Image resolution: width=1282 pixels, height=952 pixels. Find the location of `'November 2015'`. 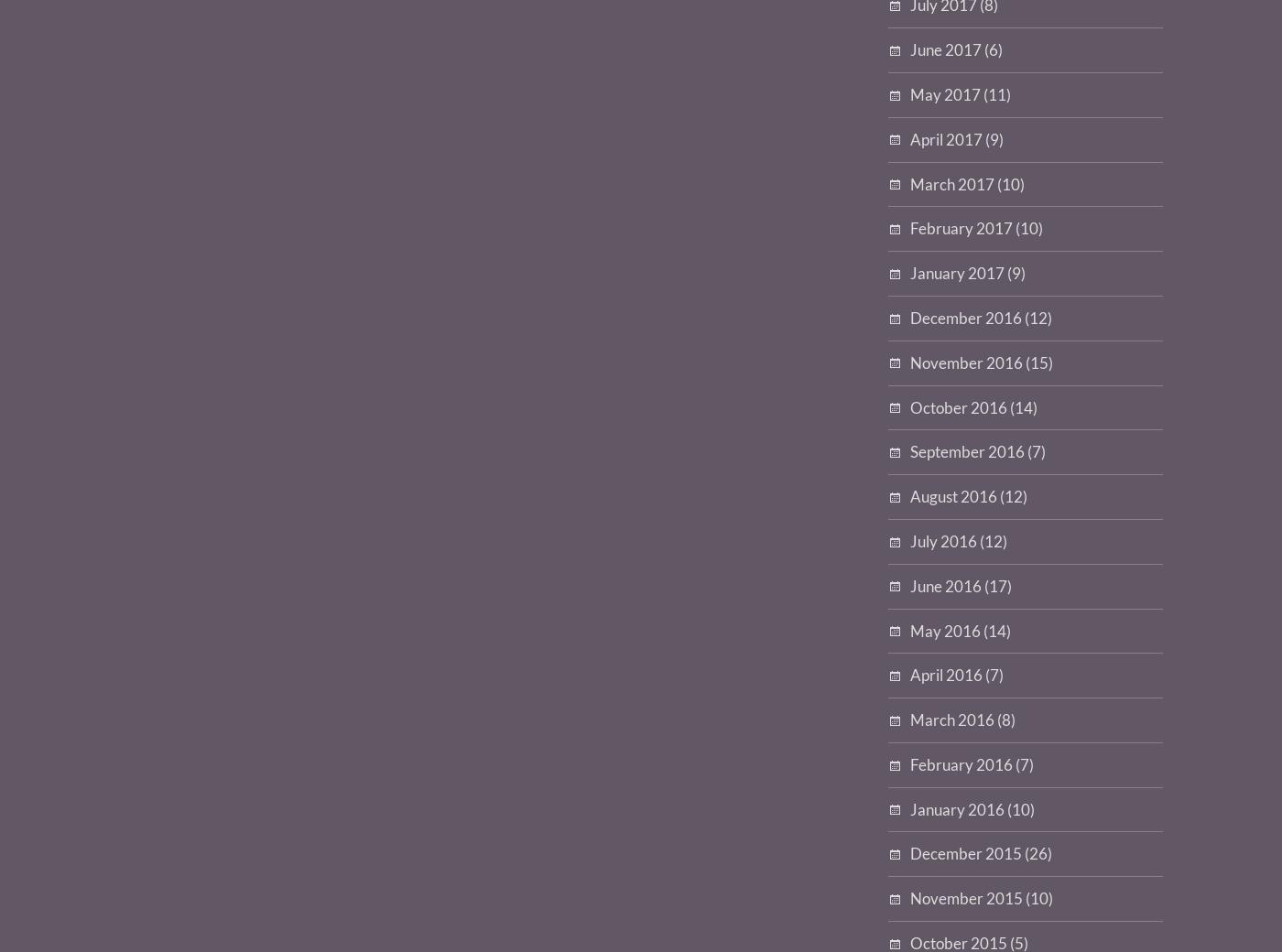

'November 2015' is located at coordinates (966, 898).